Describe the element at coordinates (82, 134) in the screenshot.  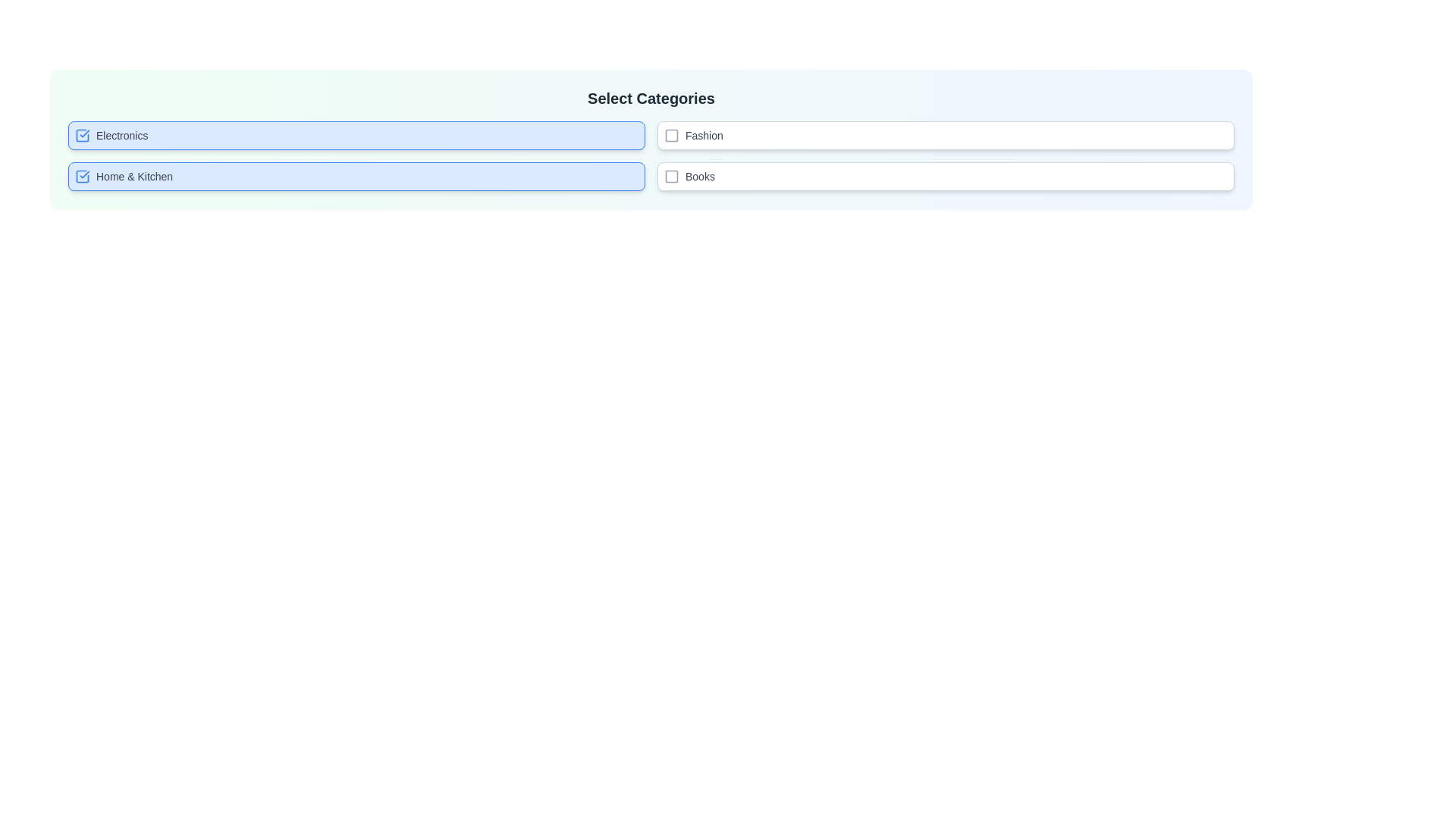
I see `the blue checkmark icon next to the 'Electronics' label` at that location.